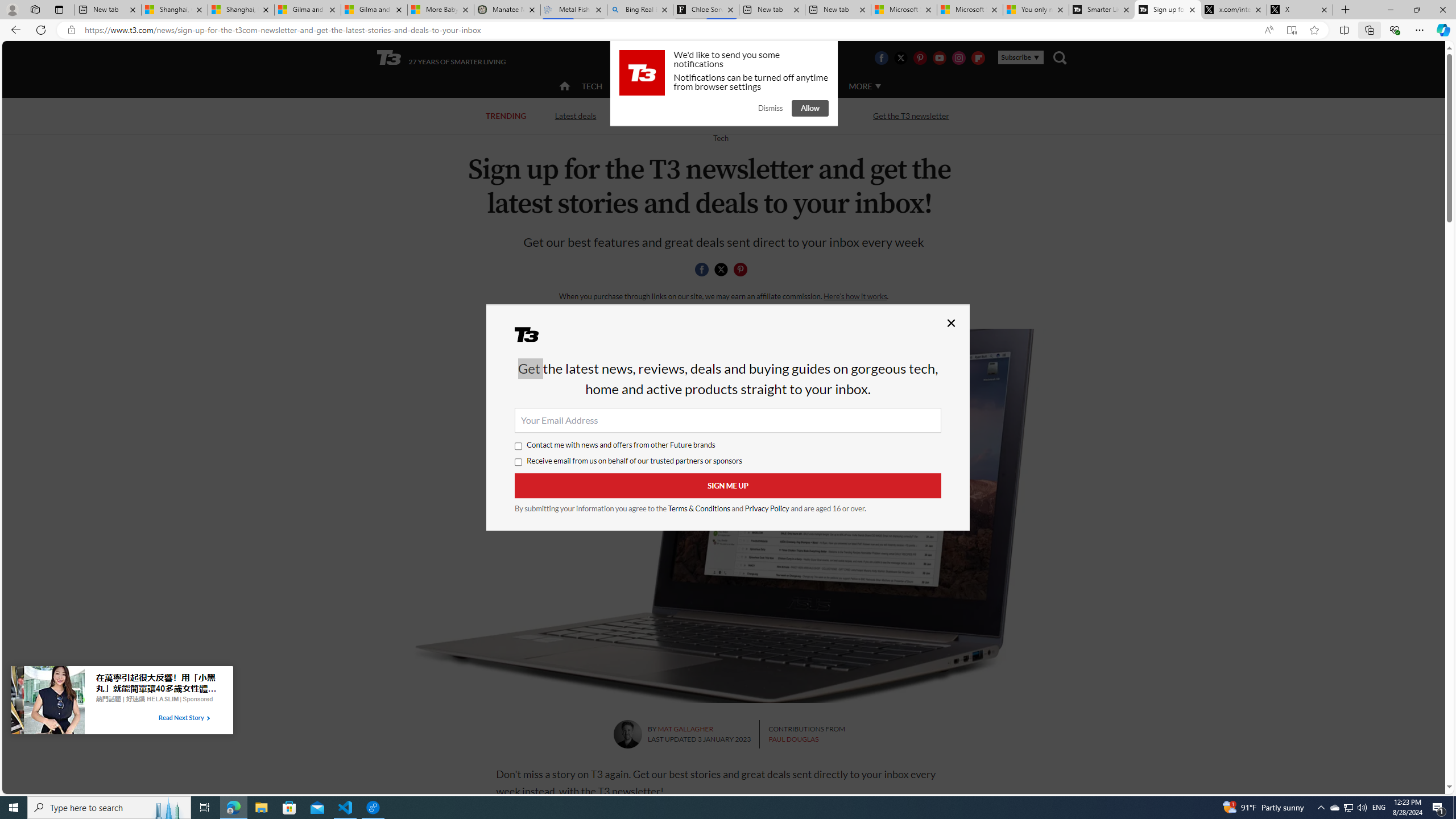 The image size is (1456, 819). I want to click on 'Share this page on Facebook', so click(701, 270).